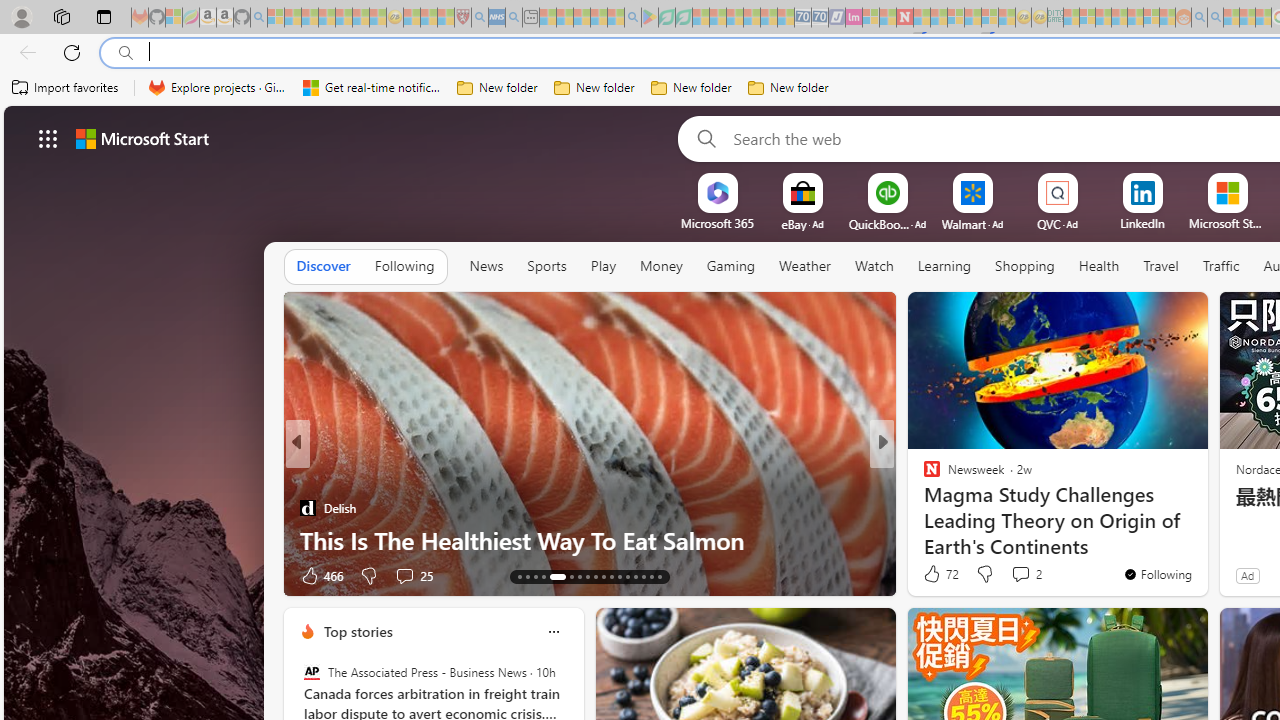 The width and height of the screenshot is (1280, 720). What do you see at coordinates (650, 17) in the screenshot?
I see `'Bluey: Let'` at bounding box center [650, 17].